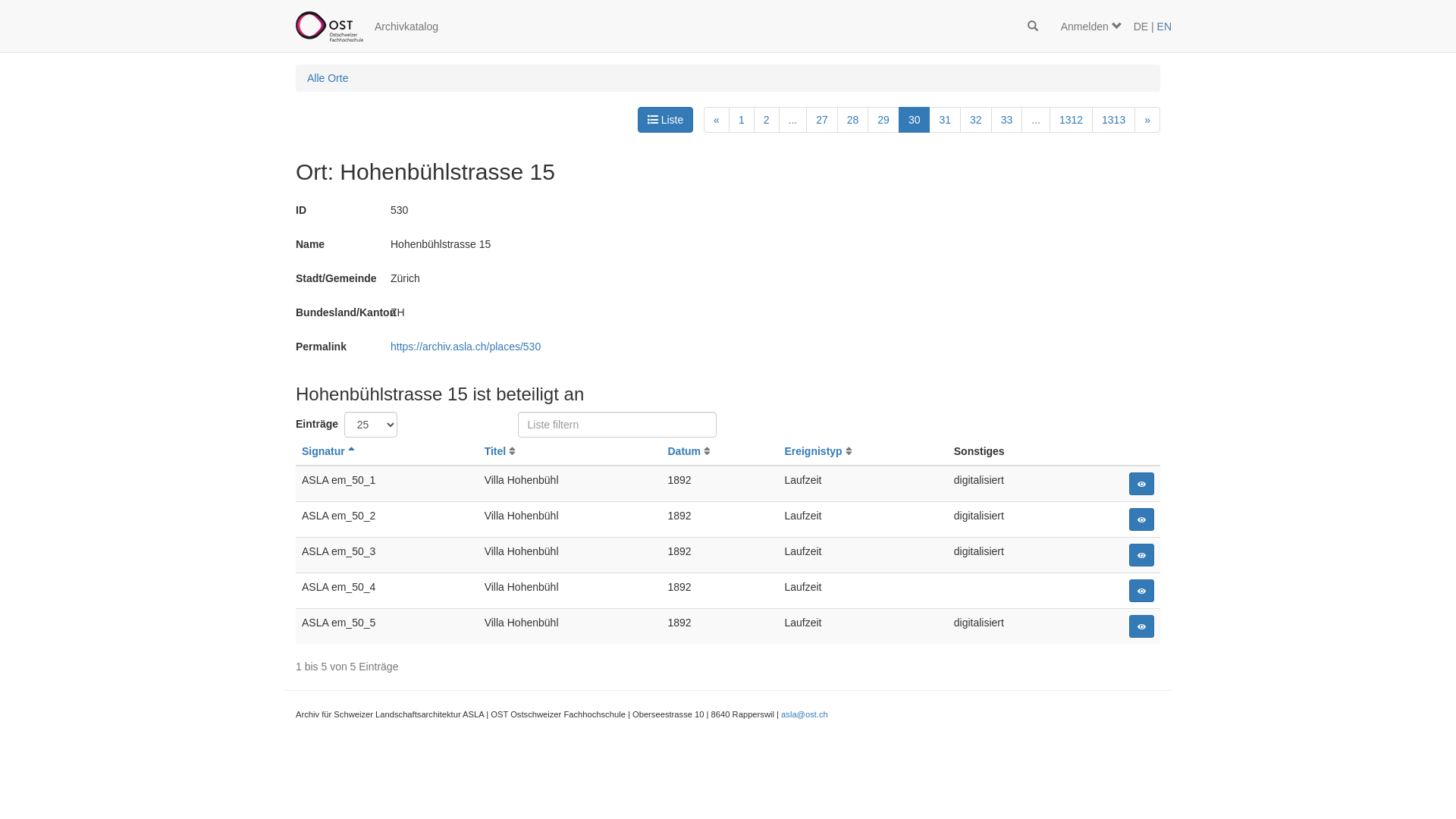  What do you see at coordinates (852, 119) in the screenshot?
I see `'28'` at bounding box center [852, 119].